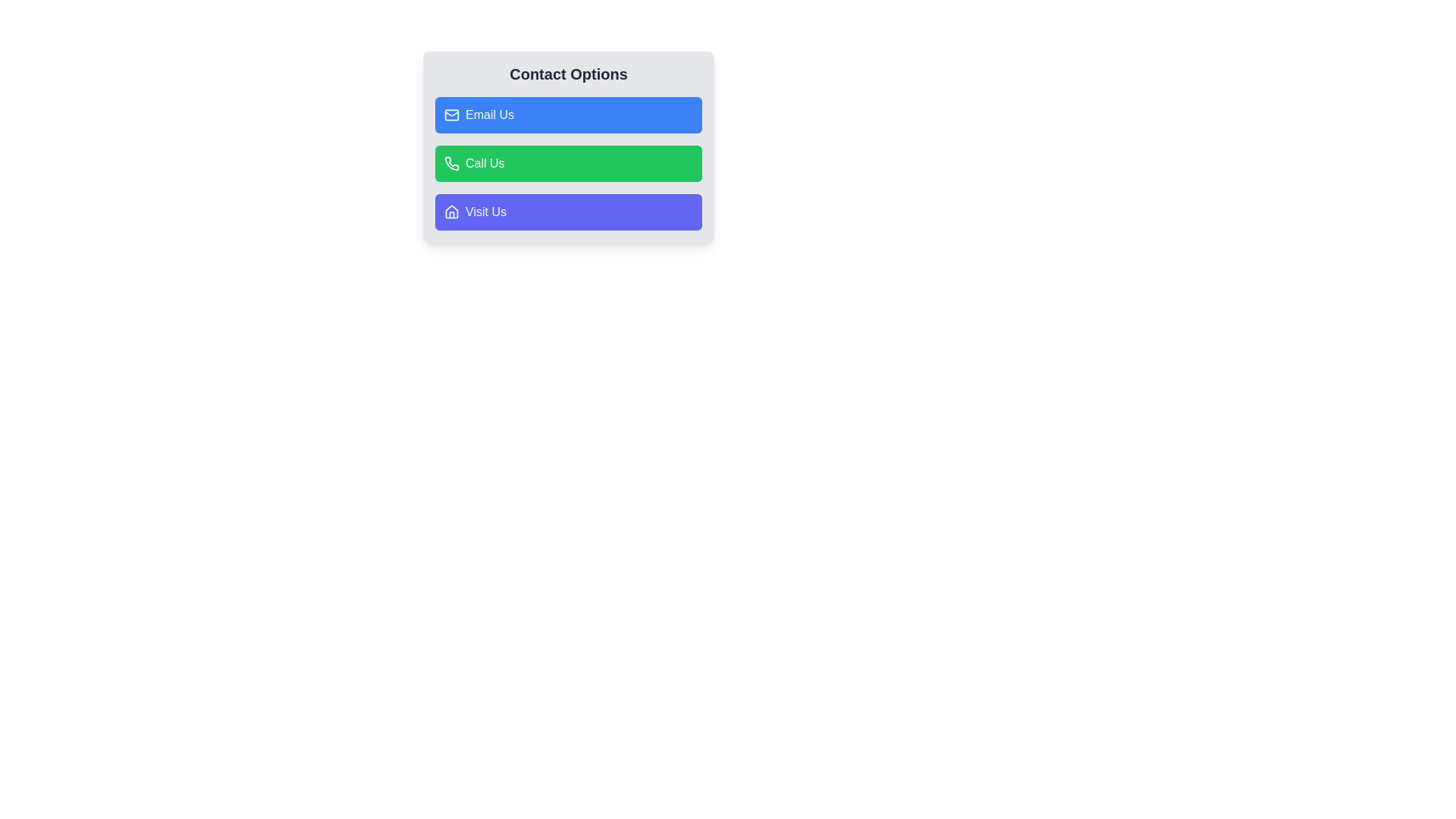 The width and height of the screenshot is (1456, 819). I want to click on the 'Call Us' button, so click(567, 146).